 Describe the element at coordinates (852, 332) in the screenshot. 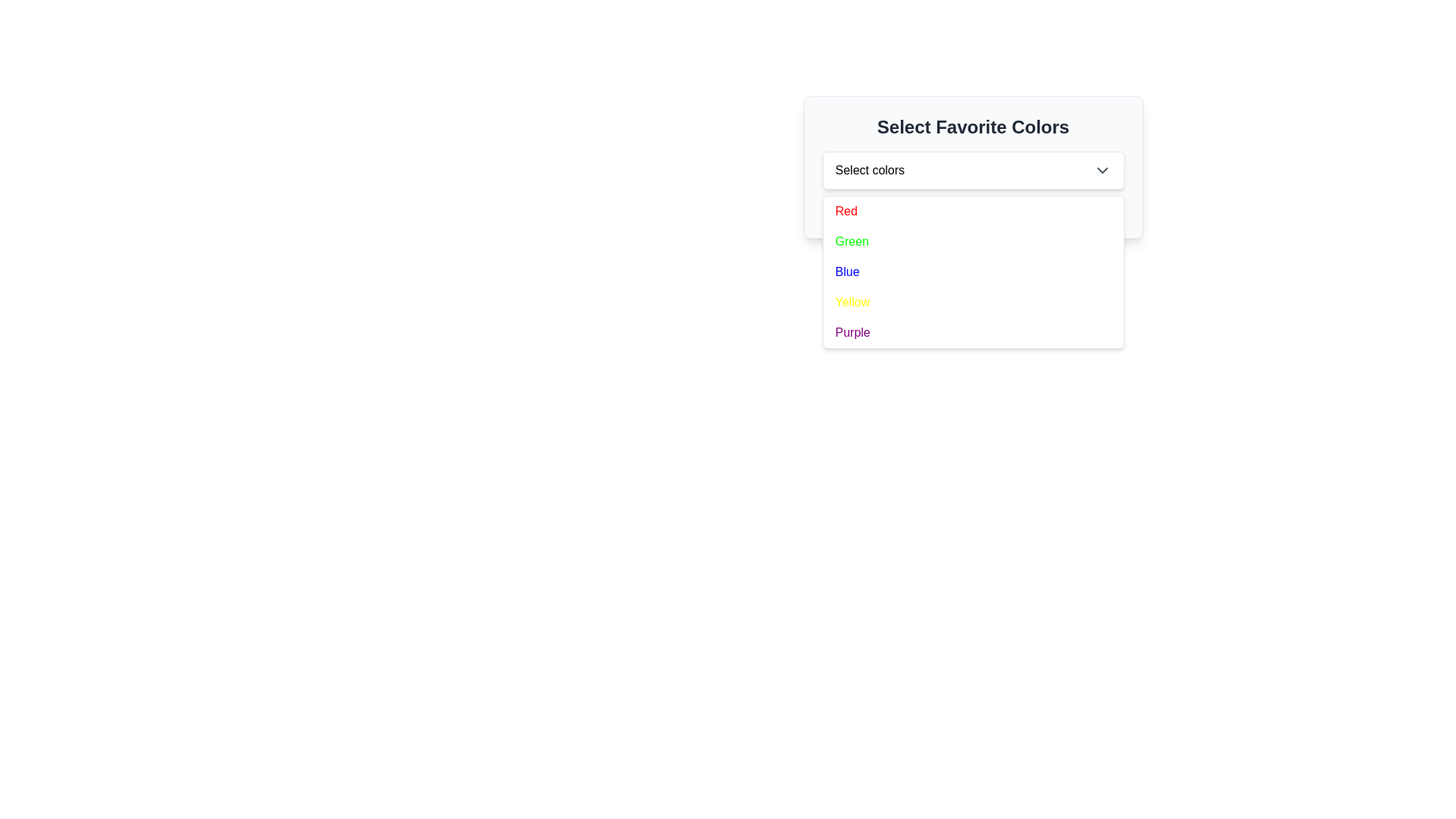

I see `the selectable option labeled 'Purple' within the dropdown menu under 'Select Favorite Colors'` at that location.